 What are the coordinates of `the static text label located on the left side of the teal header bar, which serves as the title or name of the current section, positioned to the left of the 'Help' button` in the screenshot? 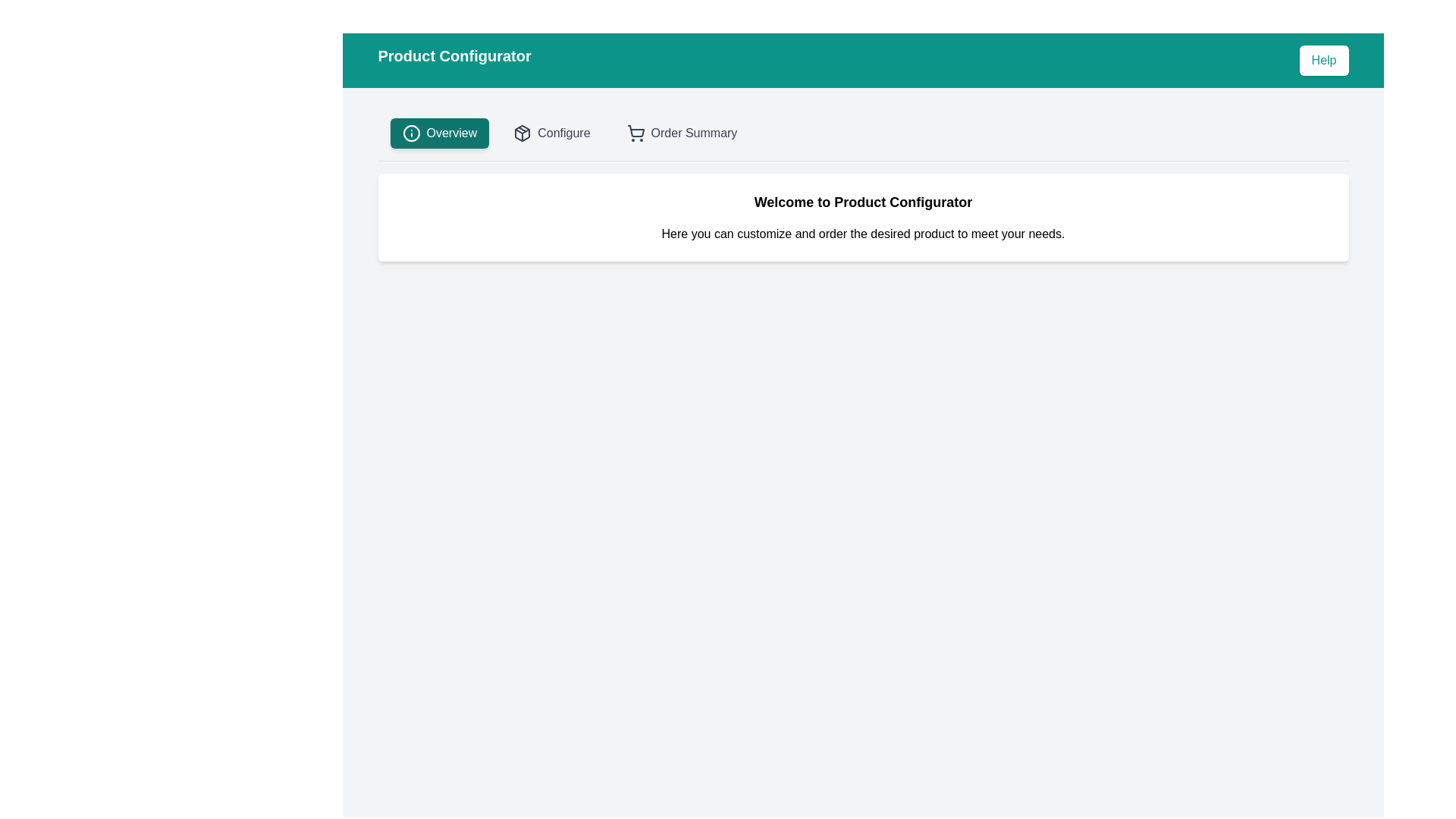 It's located at (453, 60).